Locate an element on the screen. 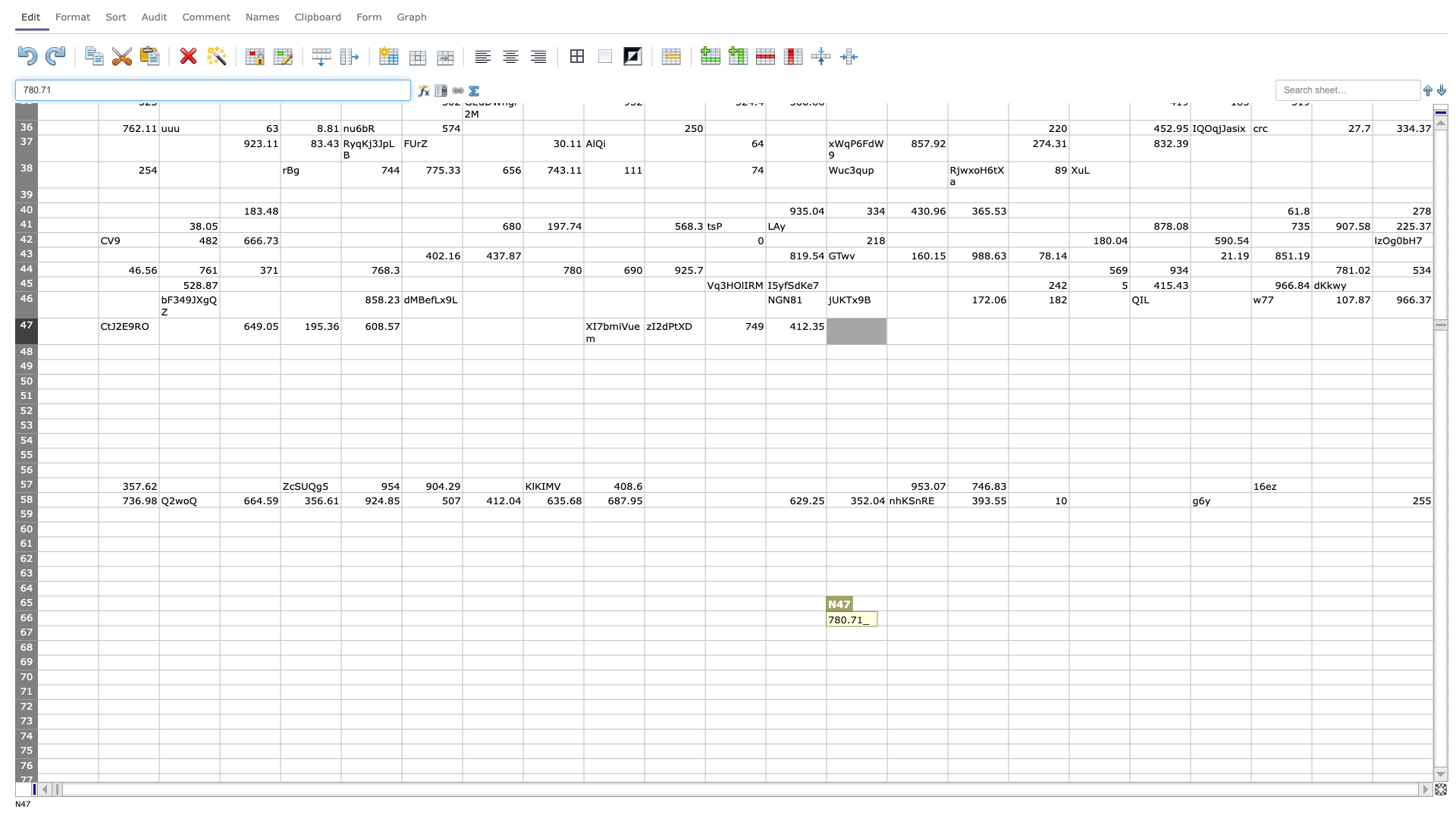  fill handle of O67 is located at coordinates (946, 640).